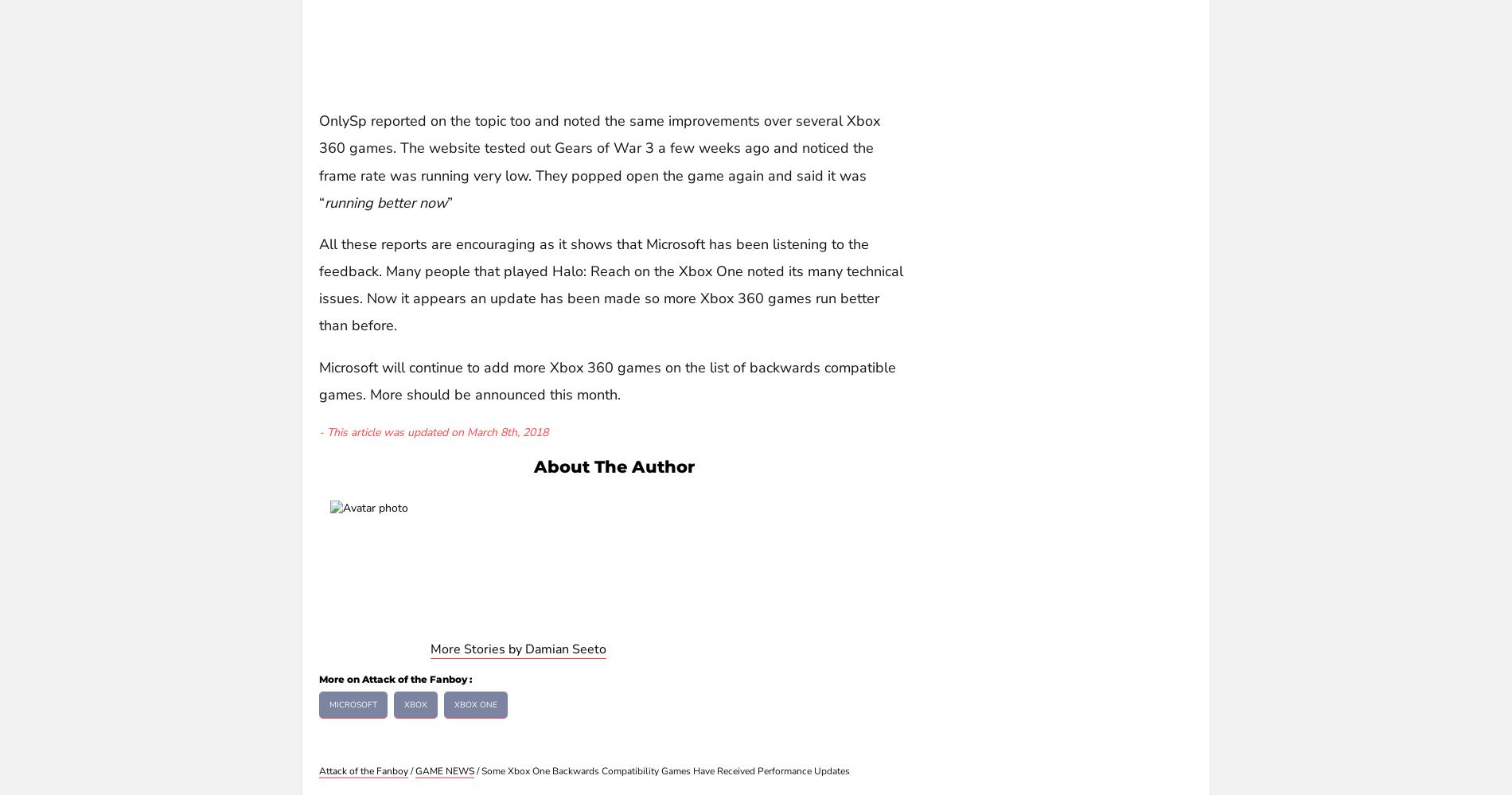  Describe the element at coordinates (613, 466) in the screenshot. I see `'About The Author'` at that location.